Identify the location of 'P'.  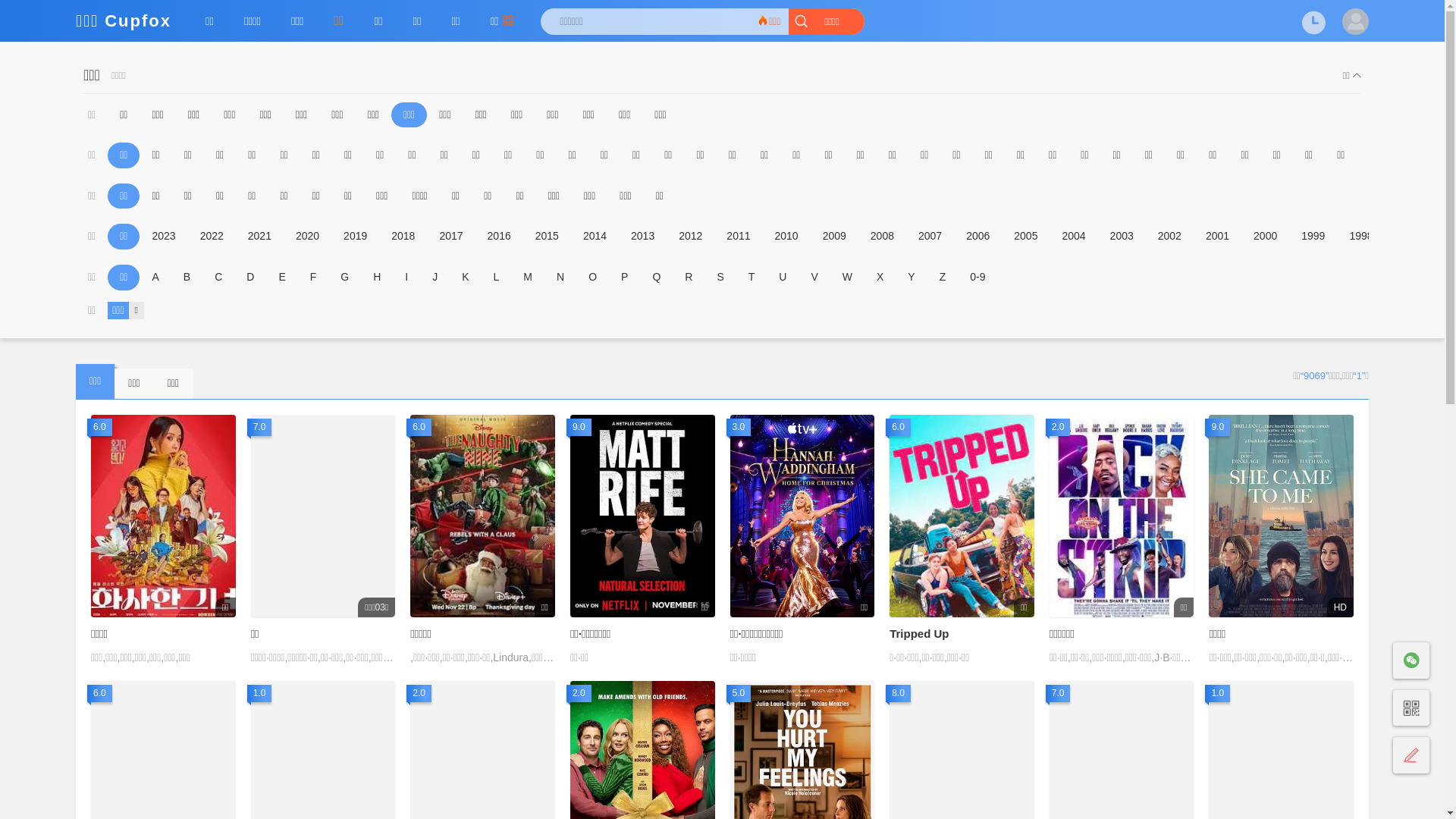
(624, 278).